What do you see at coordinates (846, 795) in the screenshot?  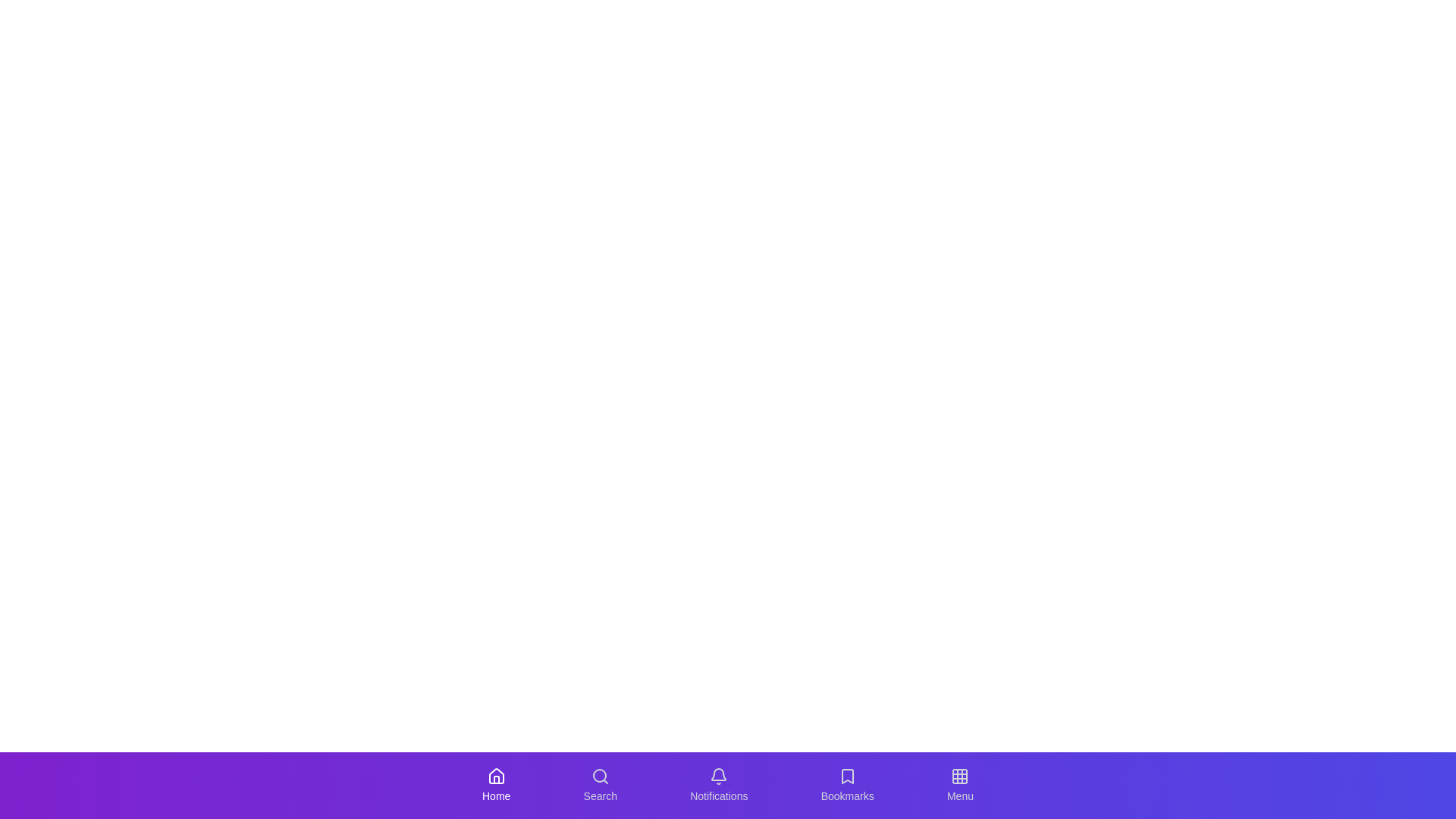 I see `the Bookmarks label in the SocialBottomNavigation component` at bounding box center [846, 795].